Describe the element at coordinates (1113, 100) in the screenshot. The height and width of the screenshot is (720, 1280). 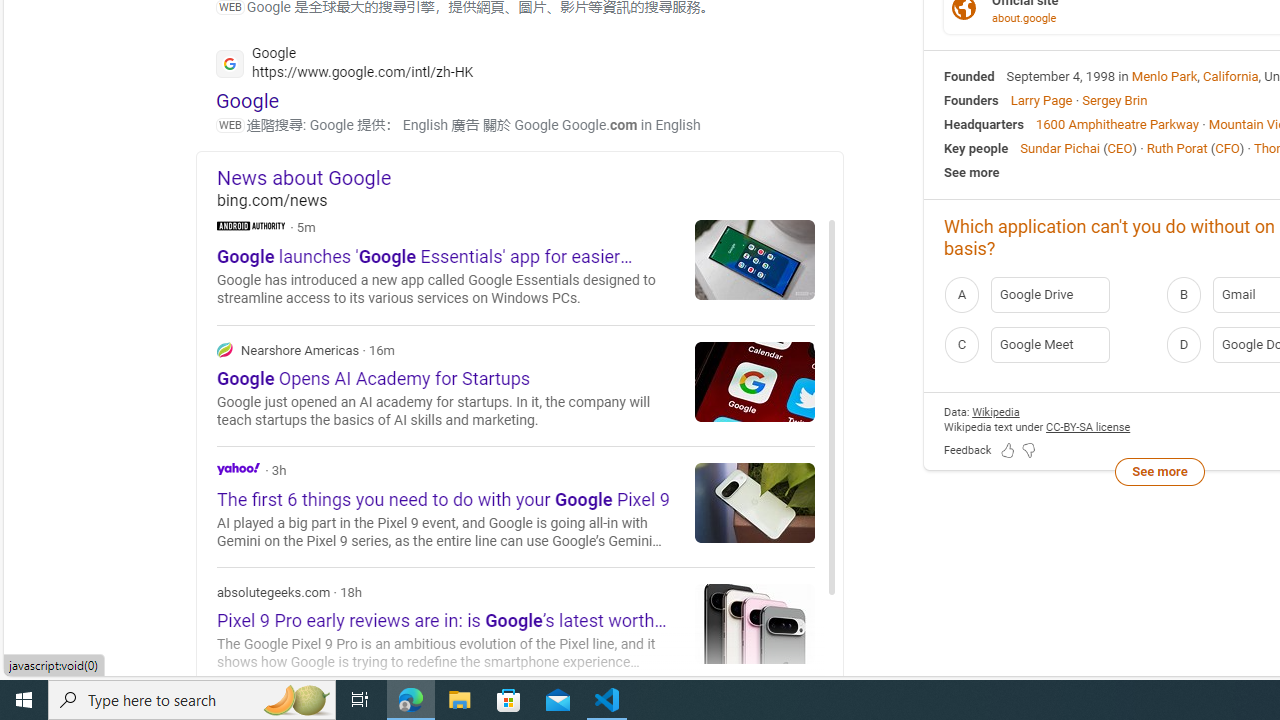
I see `'Sergey Brin'` at that location.